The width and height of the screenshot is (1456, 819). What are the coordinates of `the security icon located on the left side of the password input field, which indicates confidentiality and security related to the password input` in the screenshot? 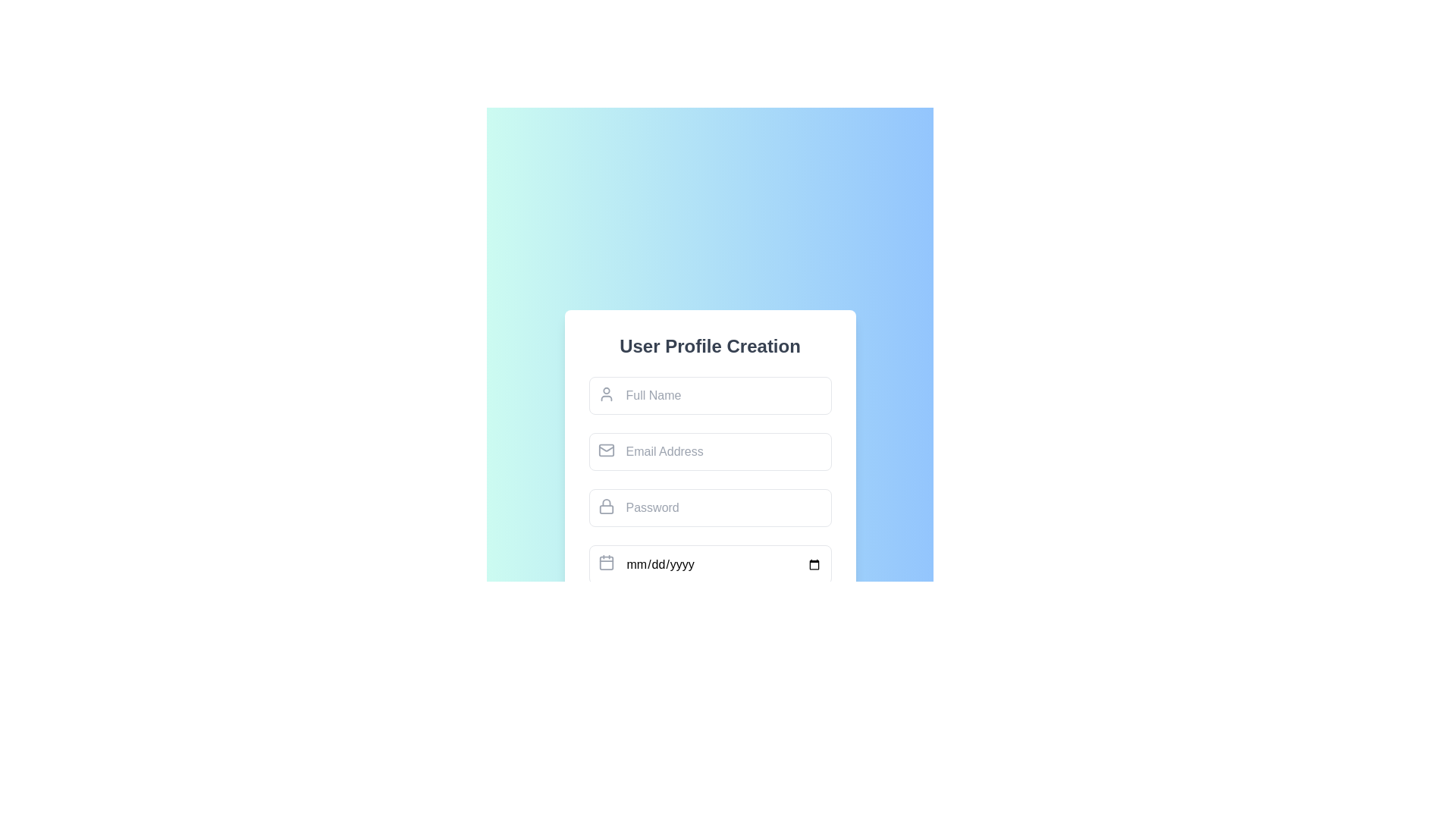 It's located at (605, 506).